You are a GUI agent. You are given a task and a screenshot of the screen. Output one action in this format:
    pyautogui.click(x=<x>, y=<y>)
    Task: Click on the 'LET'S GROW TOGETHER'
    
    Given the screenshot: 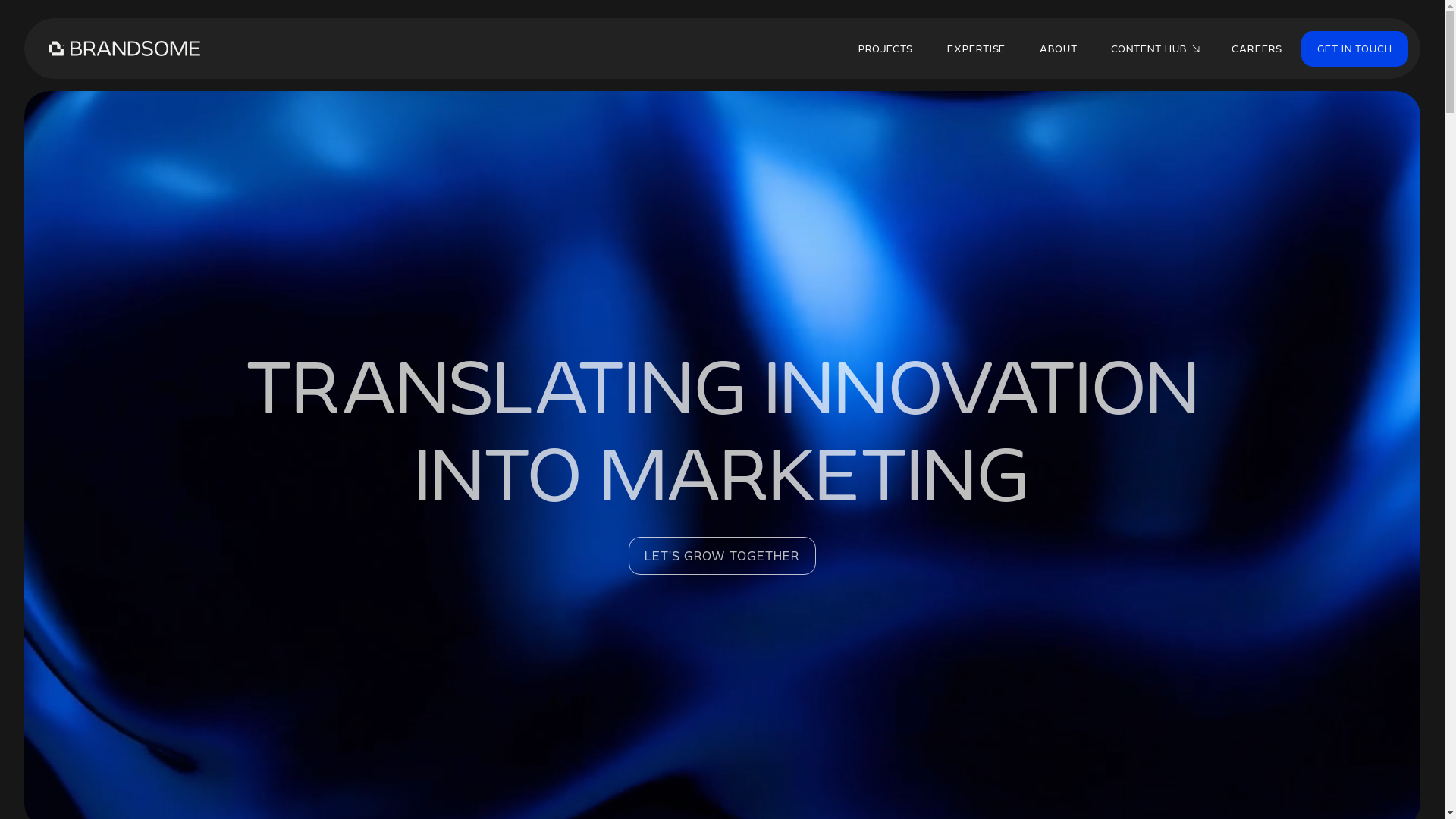 What is the action you would take?
    pyautogui.click(x=629, y=555)
    